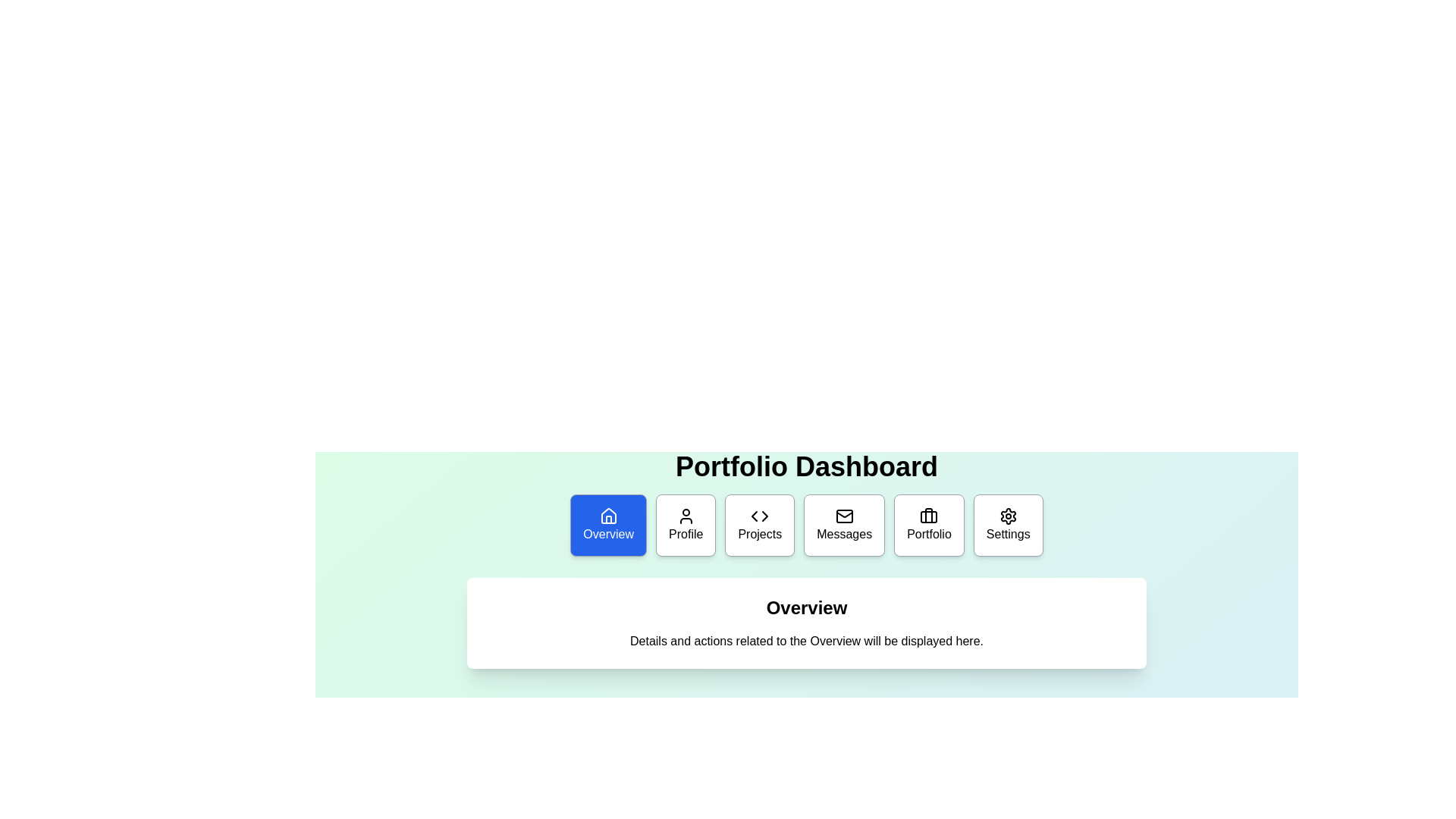 Image resolution: width=1456 pixels, height=819 pixels. Describe the element at coordinates (685, 516) in the screenshot. I see `the user icon, which is a simple outline of a person inside a circle, located inside the second box in the horizontal row of menu options beneath the 'Portfolio Dashboard' title` at that location.